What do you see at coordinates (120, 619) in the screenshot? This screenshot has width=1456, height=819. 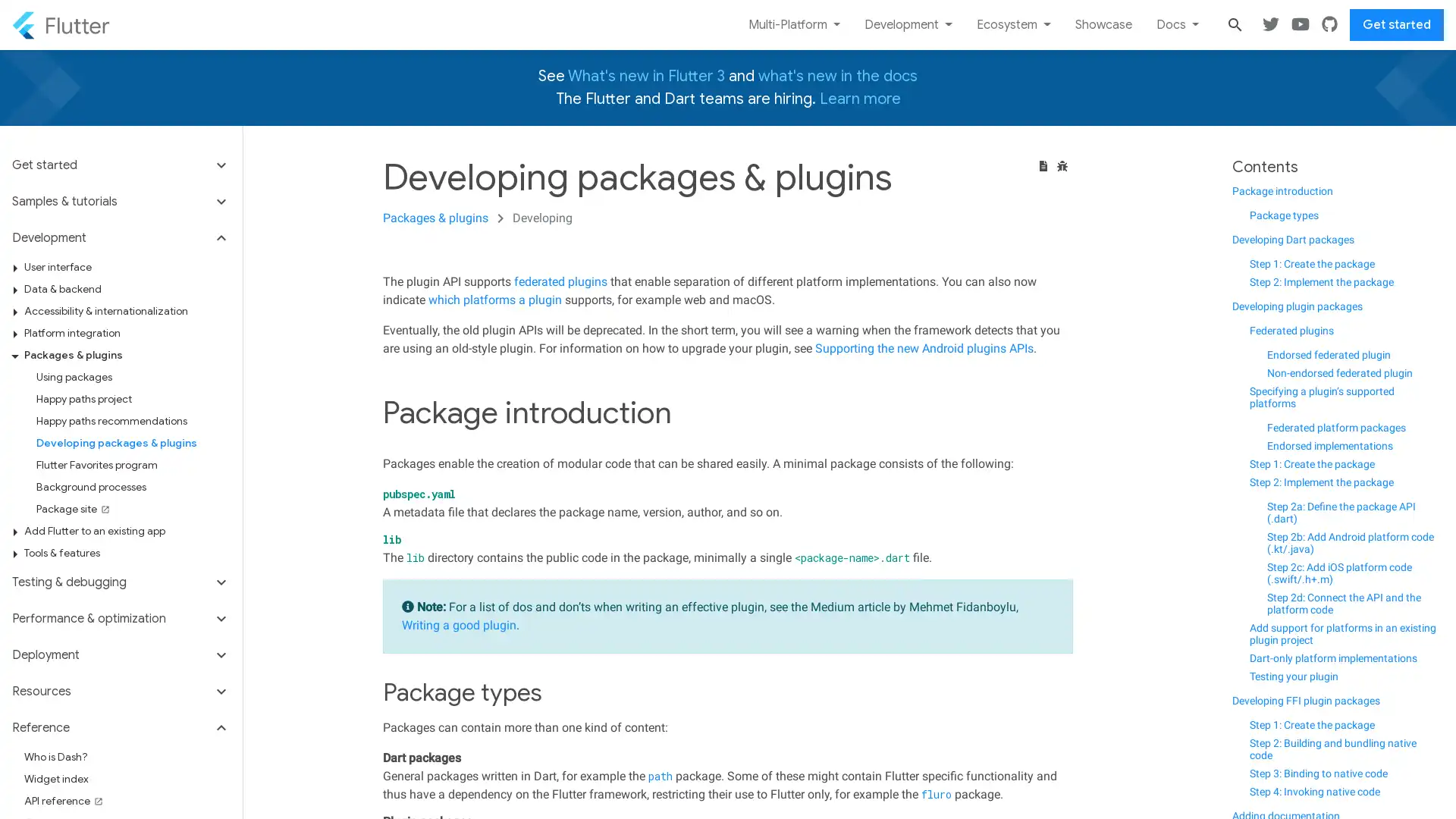 I see `Performance & optimization keyboard_arrow_down` at bounding box center [120, 619].